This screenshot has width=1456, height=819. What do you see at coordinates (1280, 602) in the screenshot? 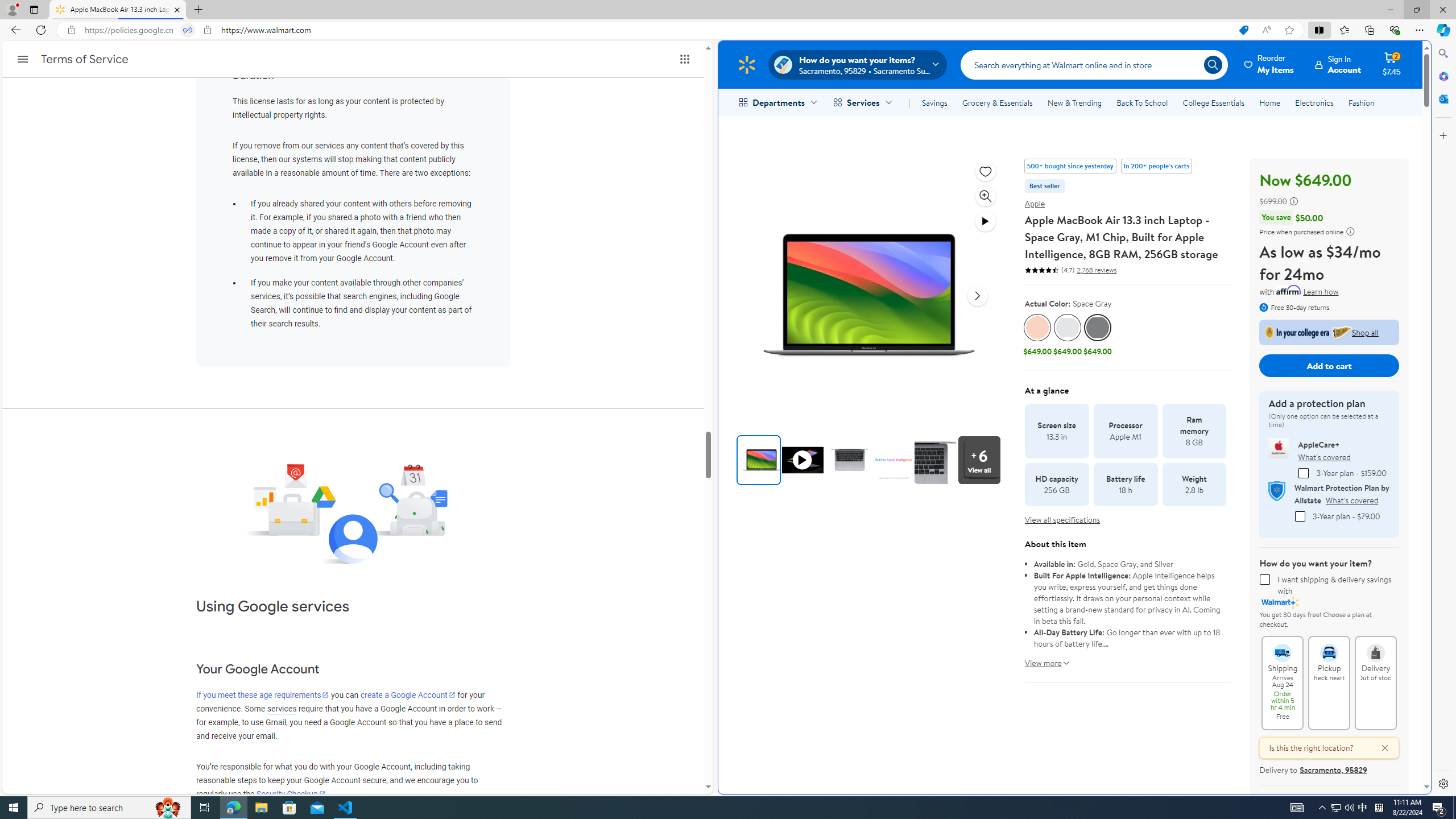
I see `'Walmart plus'` at bounding box center [1280, 602].